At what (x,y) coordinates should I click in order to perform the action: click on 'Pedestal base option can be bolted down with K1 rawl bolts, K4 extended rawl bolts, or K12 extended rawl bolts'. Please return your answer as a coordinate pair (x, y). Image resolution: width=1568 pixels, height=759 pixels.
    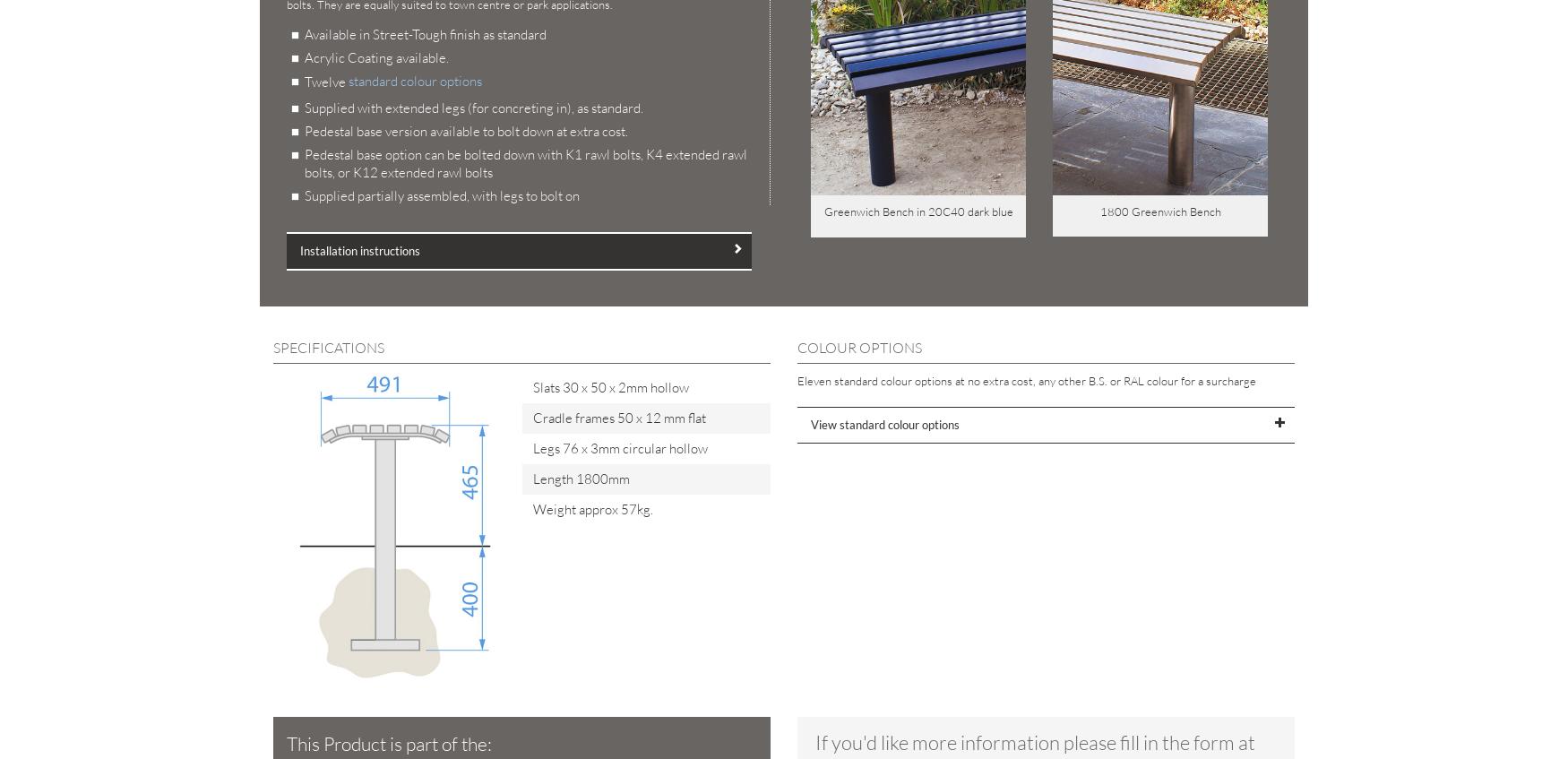
    Looking at the image, I should click on (525, 163).